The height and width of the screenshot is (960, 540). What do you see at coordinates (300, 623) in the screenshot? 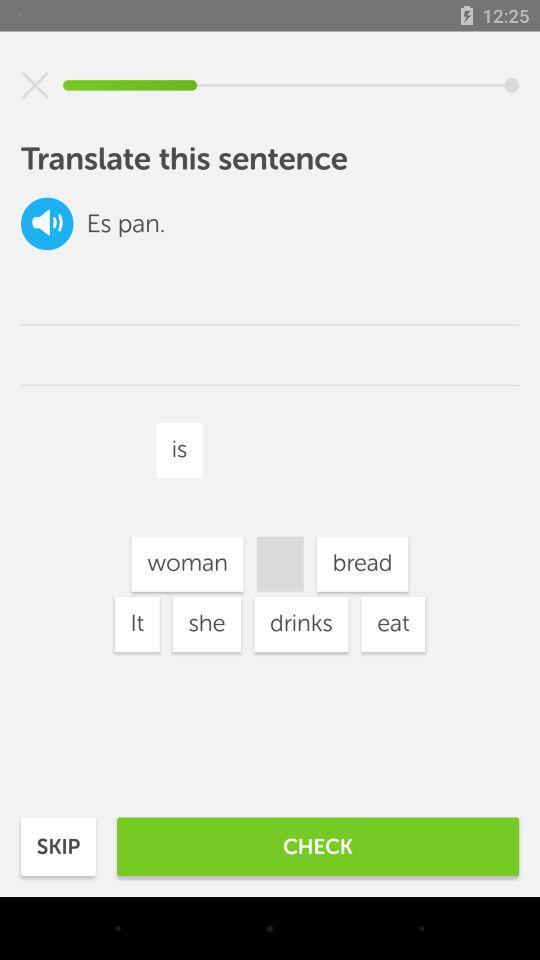
I see `the icon below the is icon` at bounding box center [300, 623].